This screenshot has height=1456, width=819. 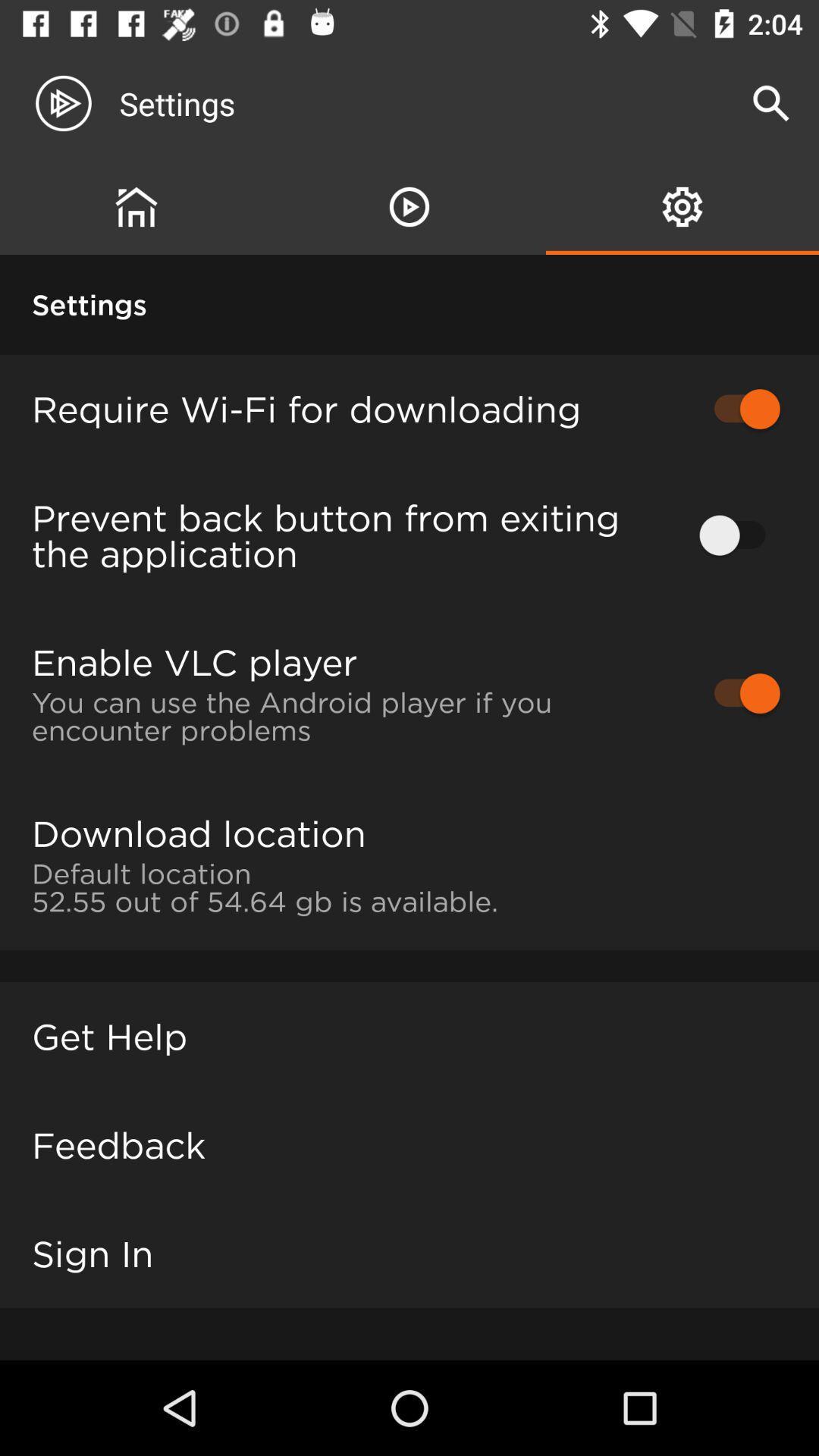 What do you see at coordinates (739, 409) in the screenshot?
I see `the first unable button` at bounding box center [739, 409].